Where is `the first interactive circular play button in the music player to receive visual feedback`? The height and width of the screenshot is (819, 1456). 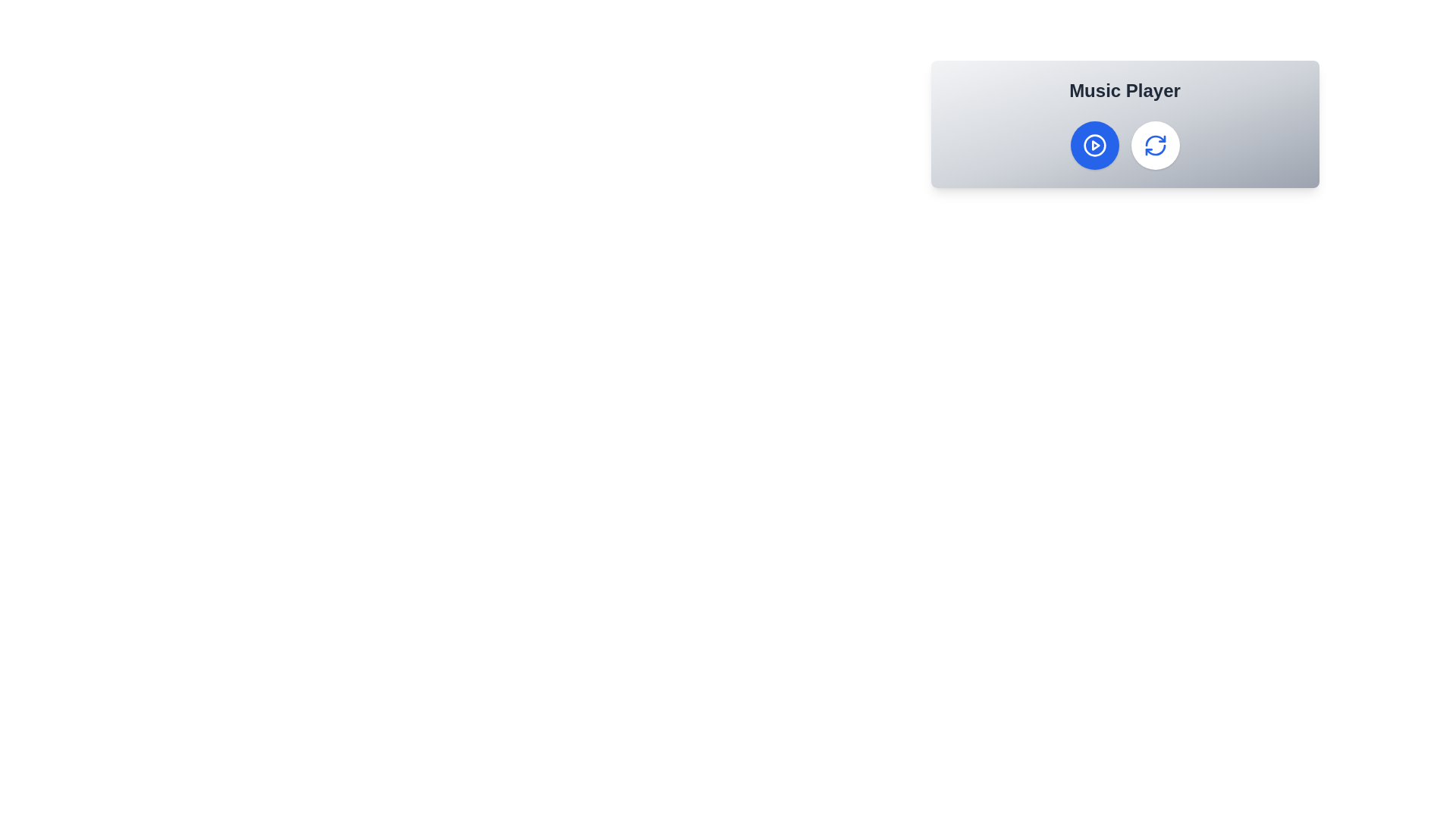 the first interactive circular play button in the music player to receive visual feedback is located at coordinates (1094, 146).